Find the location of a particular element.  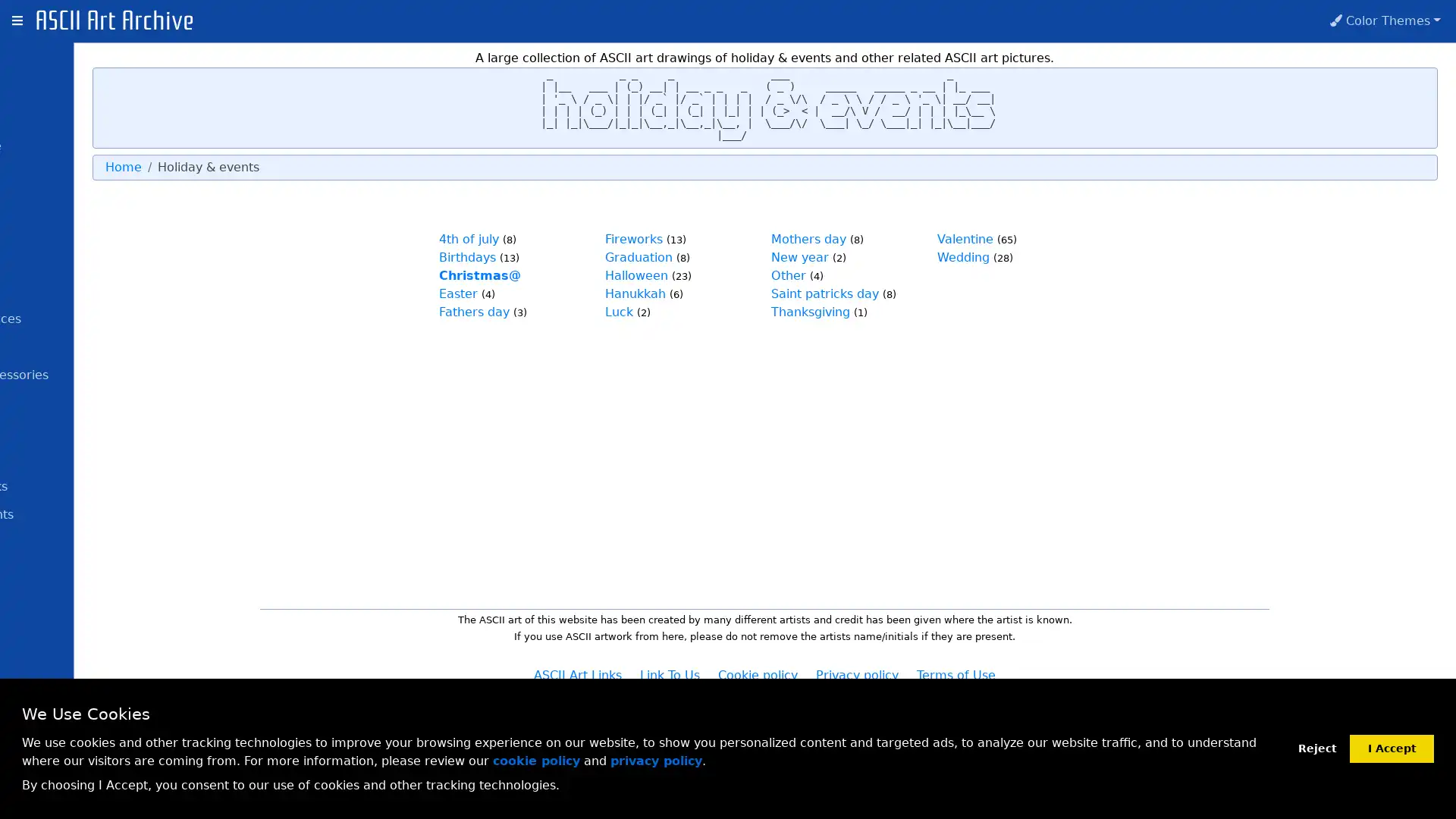

I Accept is located at coordinates (1392, 747).